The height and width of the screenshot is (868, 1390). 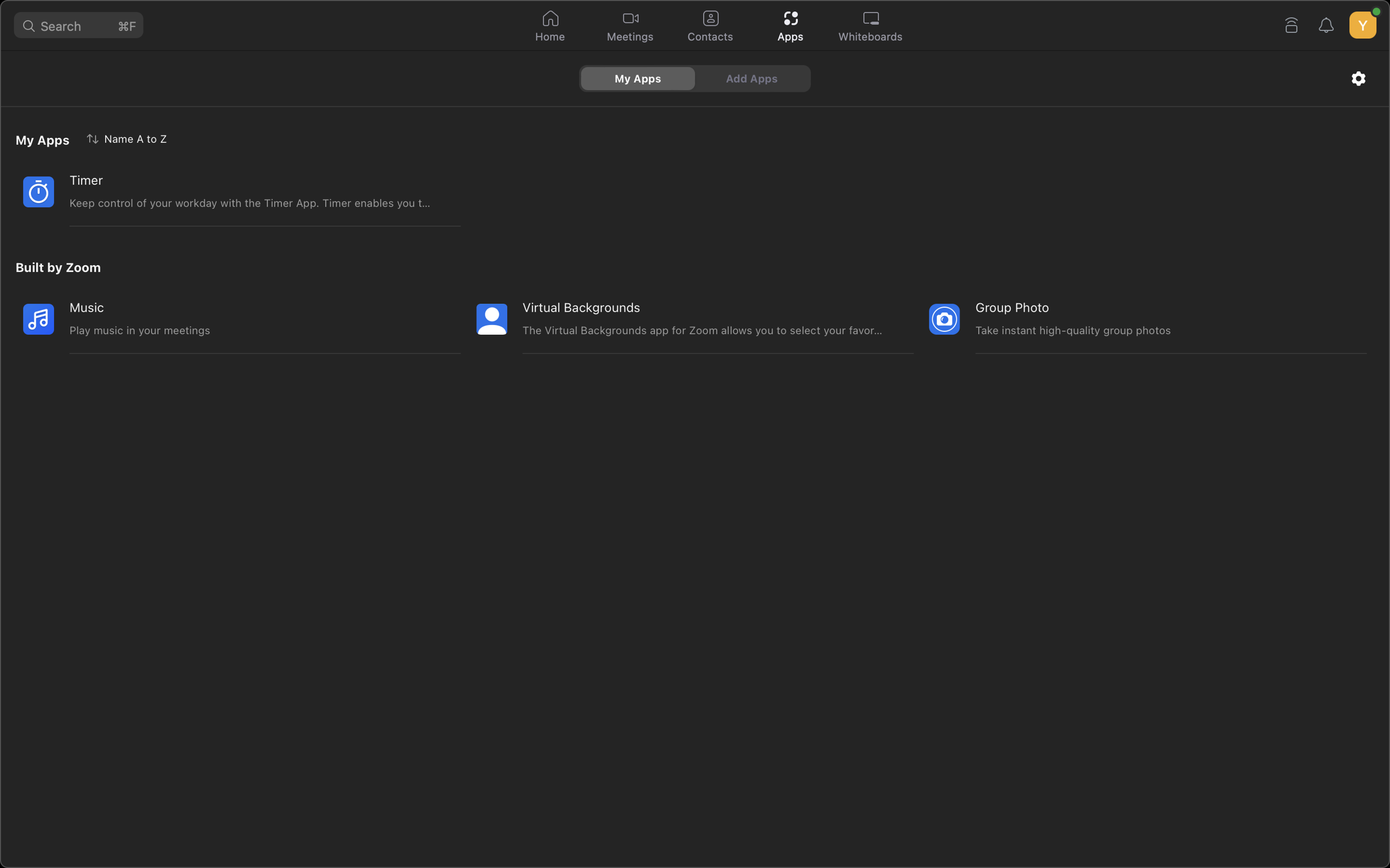 I want to click on the whiteboard app, so click(x=871, y=26).